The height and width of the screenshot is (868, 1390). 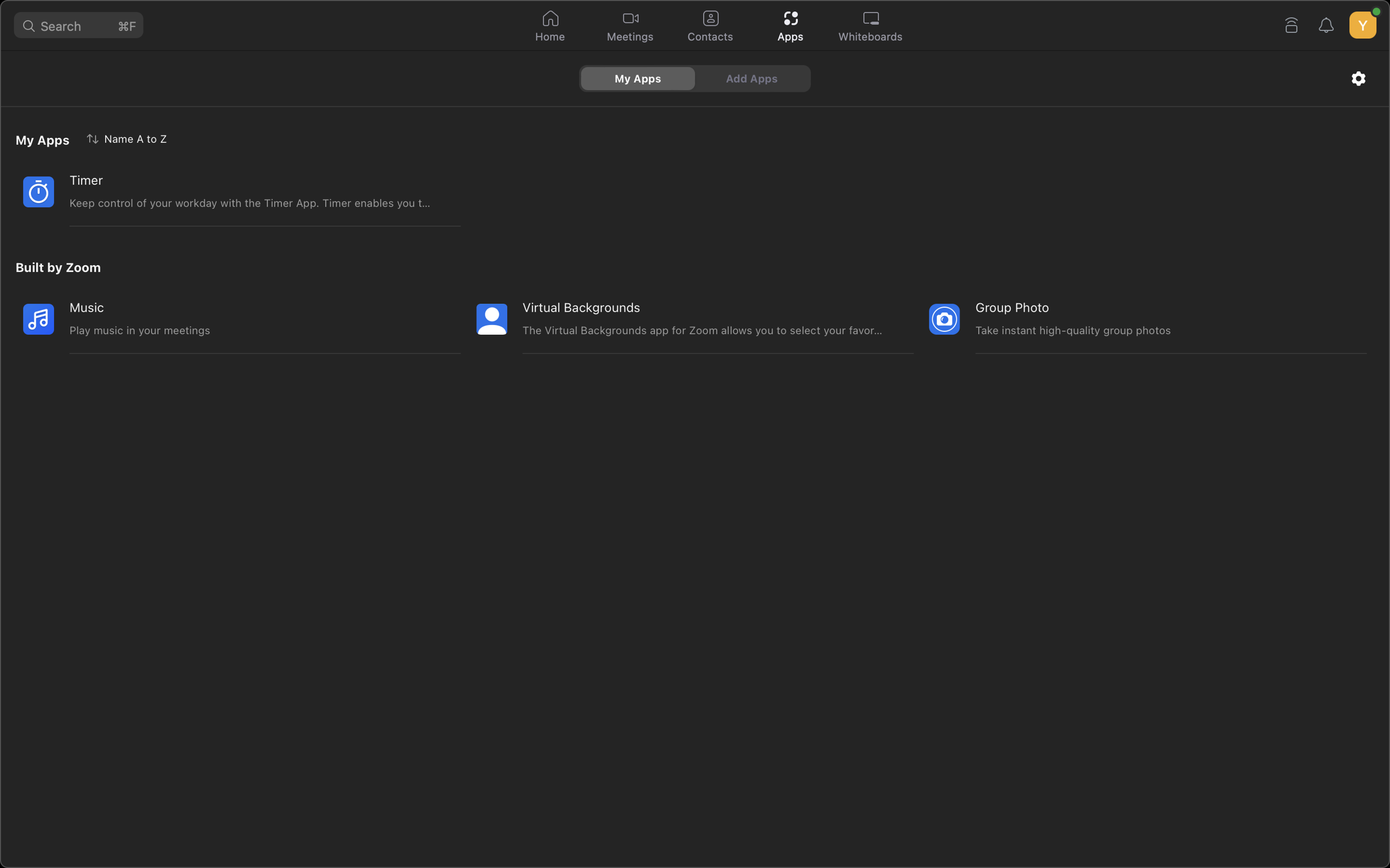 I want to click on the whiteboard app, so click(x=871, y=26).